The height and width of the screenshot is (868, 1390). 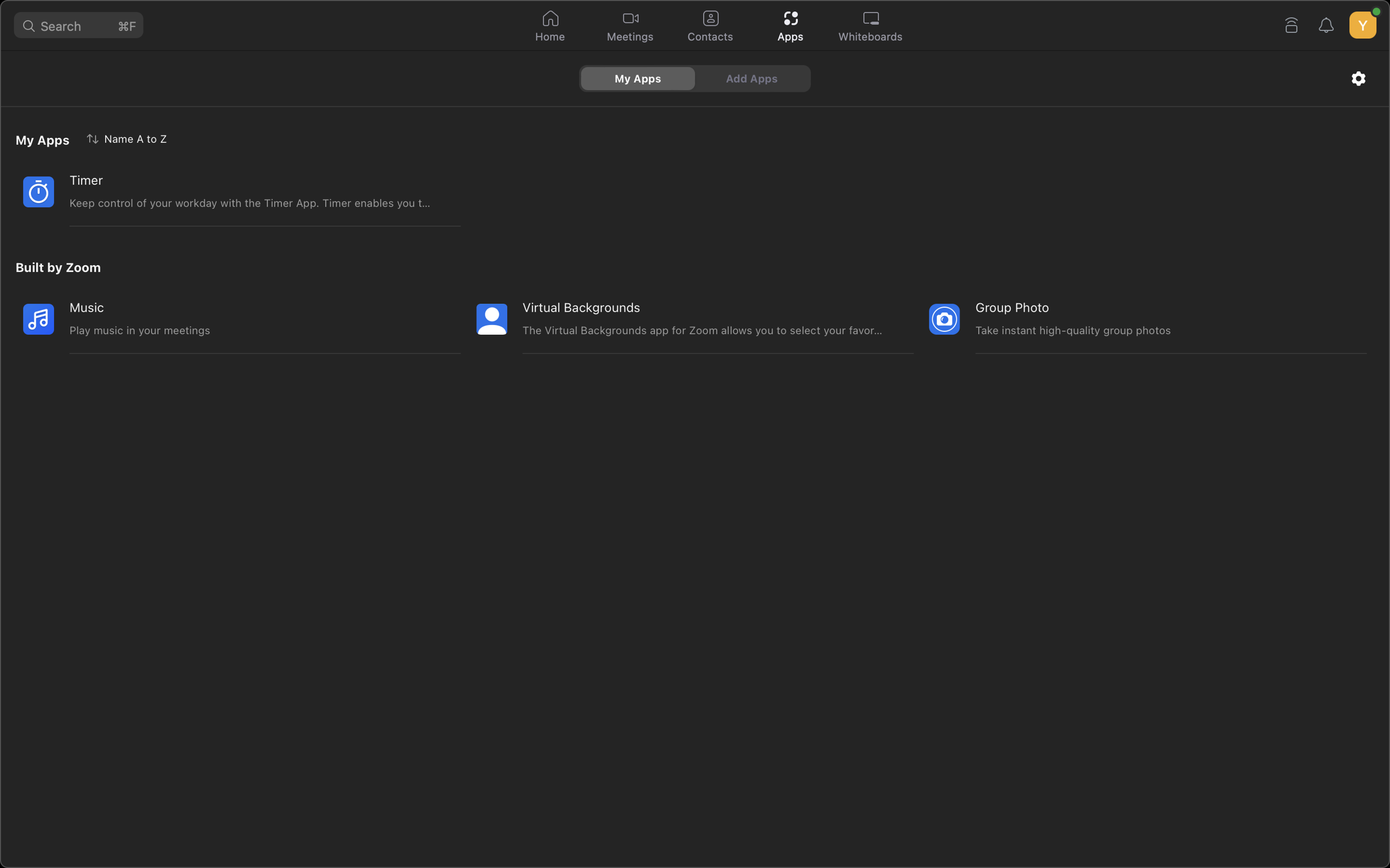 I want to click on the whiteboard app, so click(x=871, y=26).